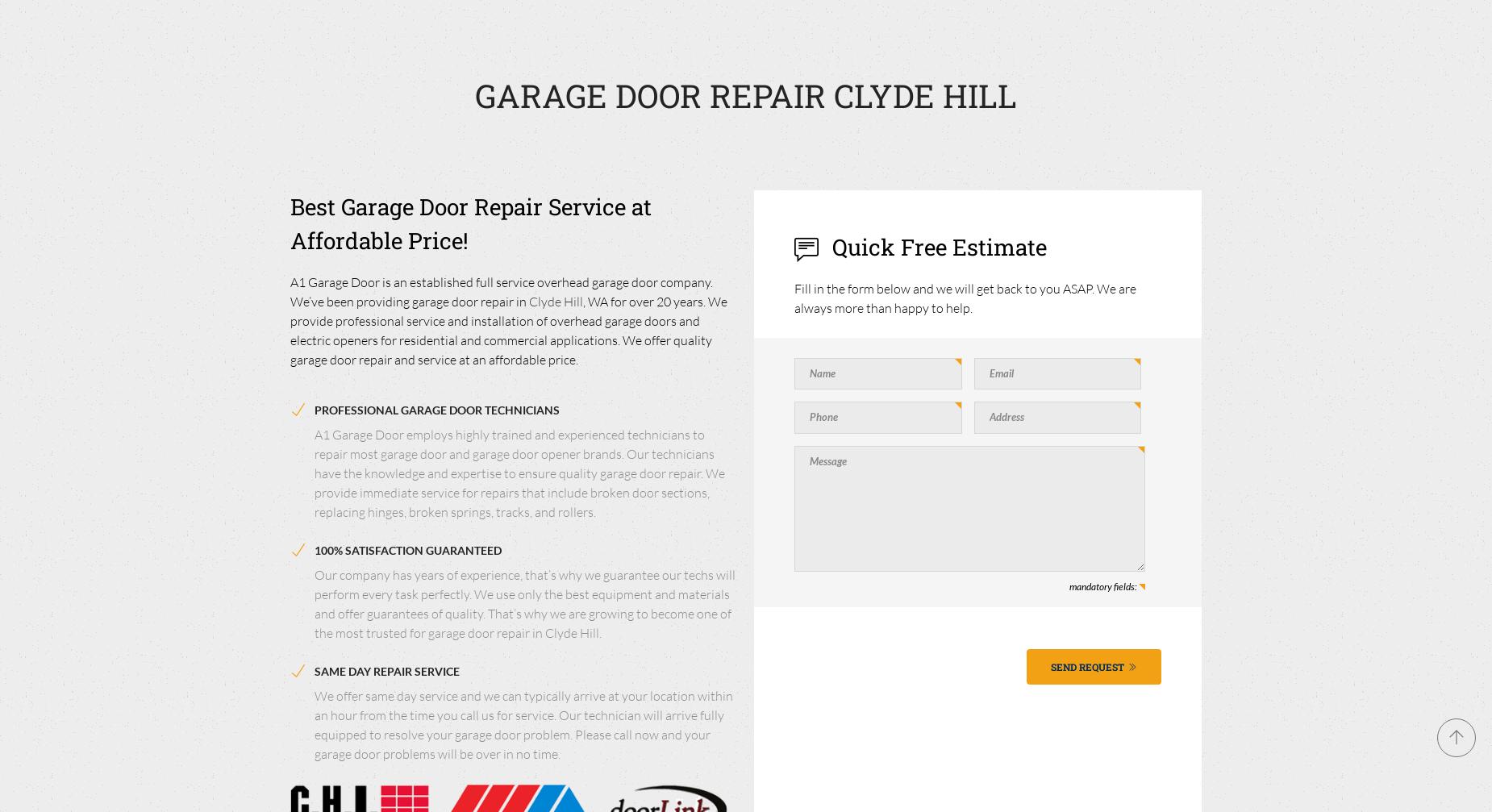  What do you see at coordinates (519, 471) in the screenshot?
I see `'A1 Garage Door employs highly trained and experienced technicians to repair most garage door and garage door opener brands. Our technicians have the knowledge and expertise to ensure quality garage door repair. We provide immediate service for repairs that include broken door sections, replacing hinges, broken springs, tracks, and rollers.'` at bounding box center [519, 471].